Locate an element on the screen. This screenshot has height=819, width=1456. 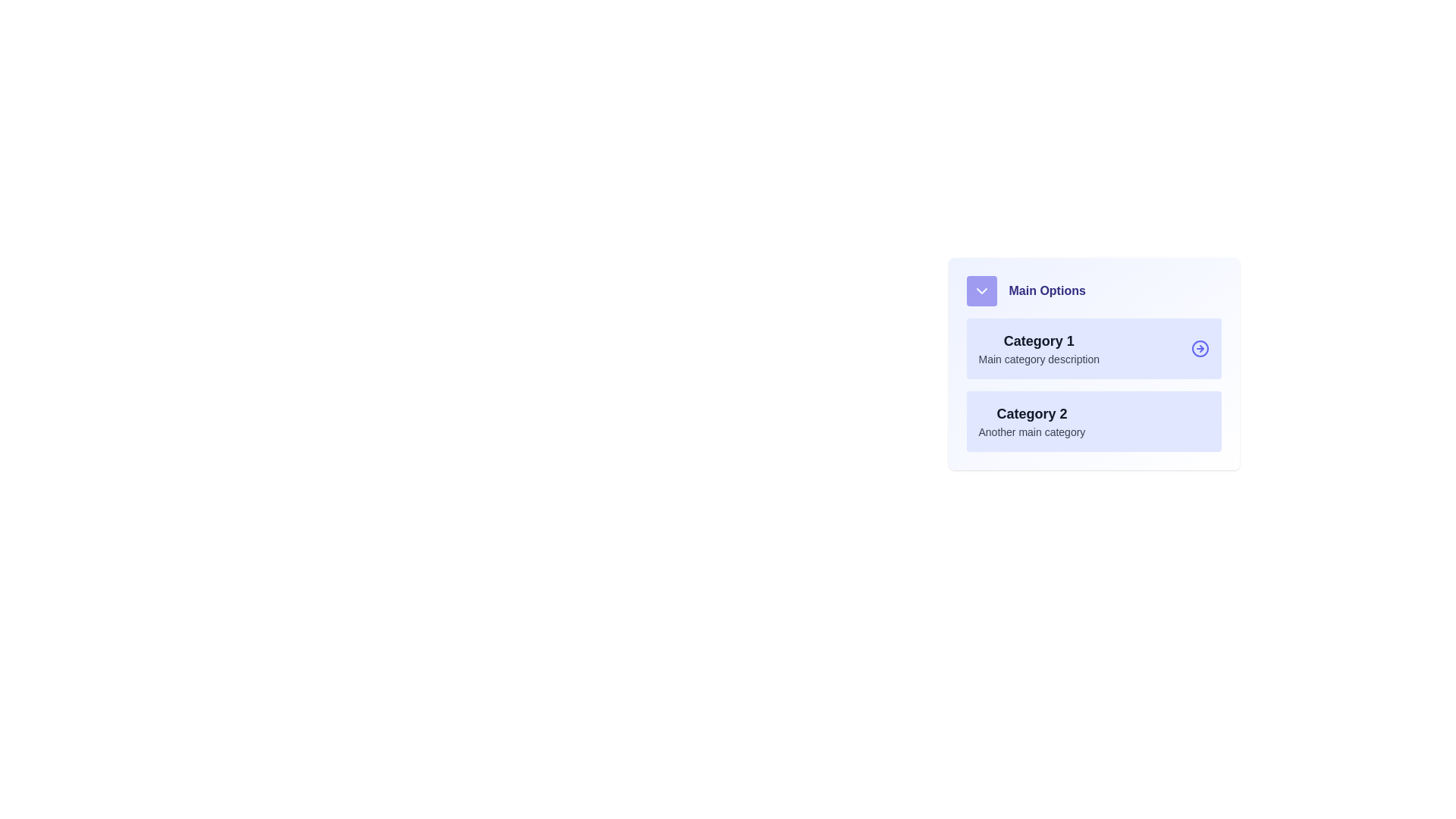
the text label that displays 'Category 1' with a description 'Main category description', located beneath the header 'Main Options' is located at coordinates (1038, 348).